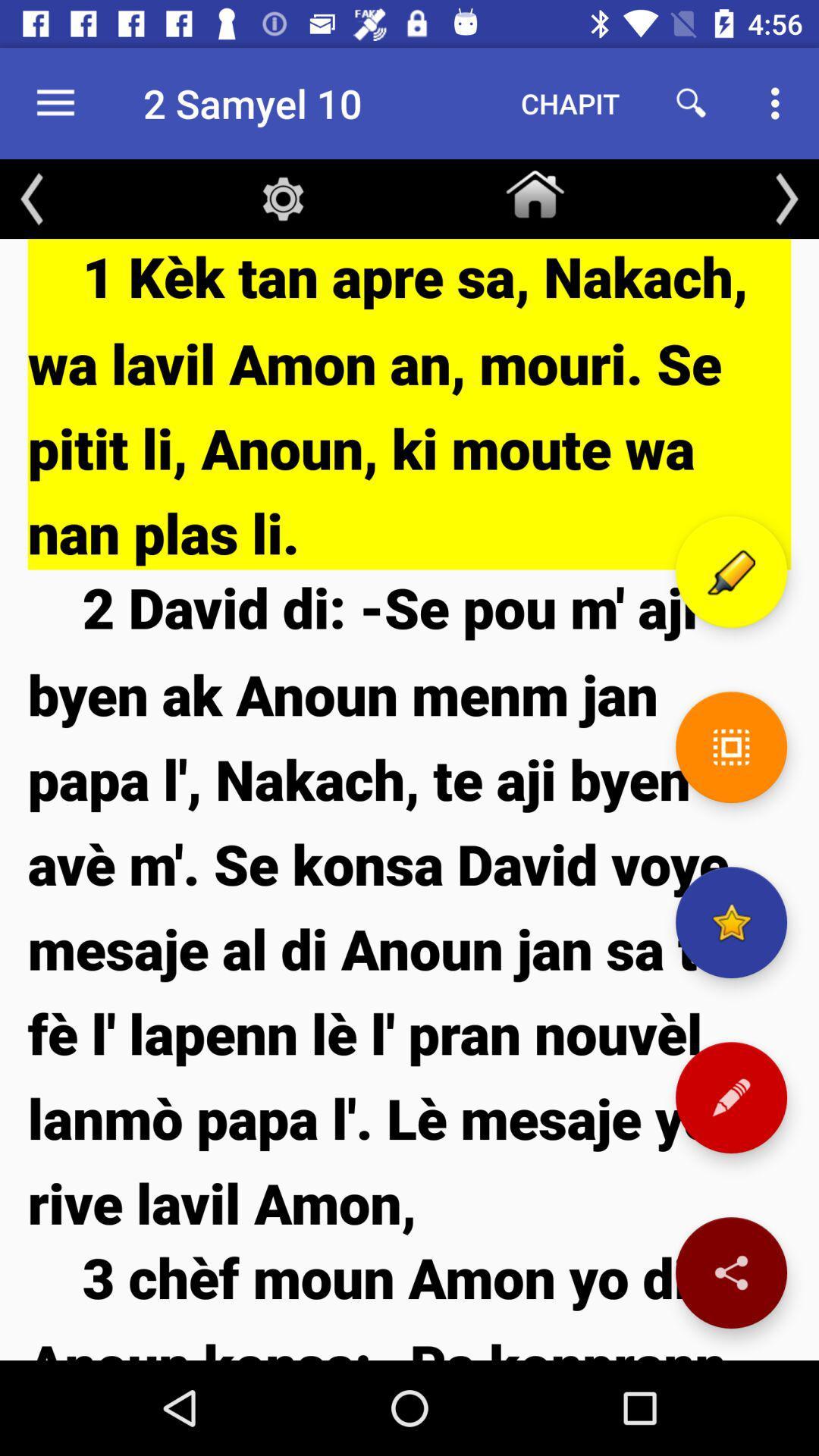 The height and width of the screenshot is (1456, 819). I want to click on the edit icon, so click(730, 1097).